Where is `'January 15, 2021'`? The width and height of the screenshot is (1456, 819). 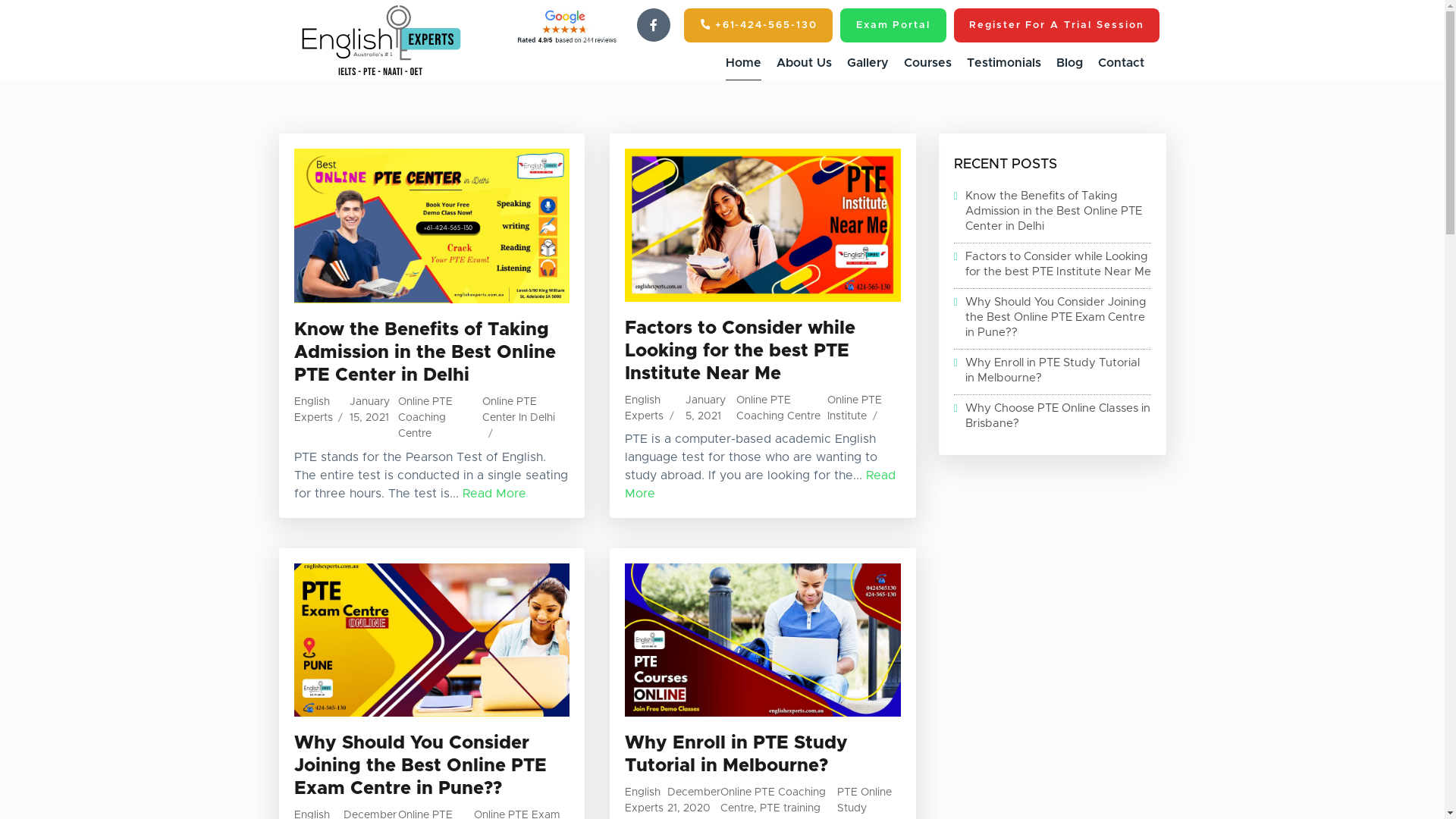 'January 15, 2021' is located at coordinates (369, 409).